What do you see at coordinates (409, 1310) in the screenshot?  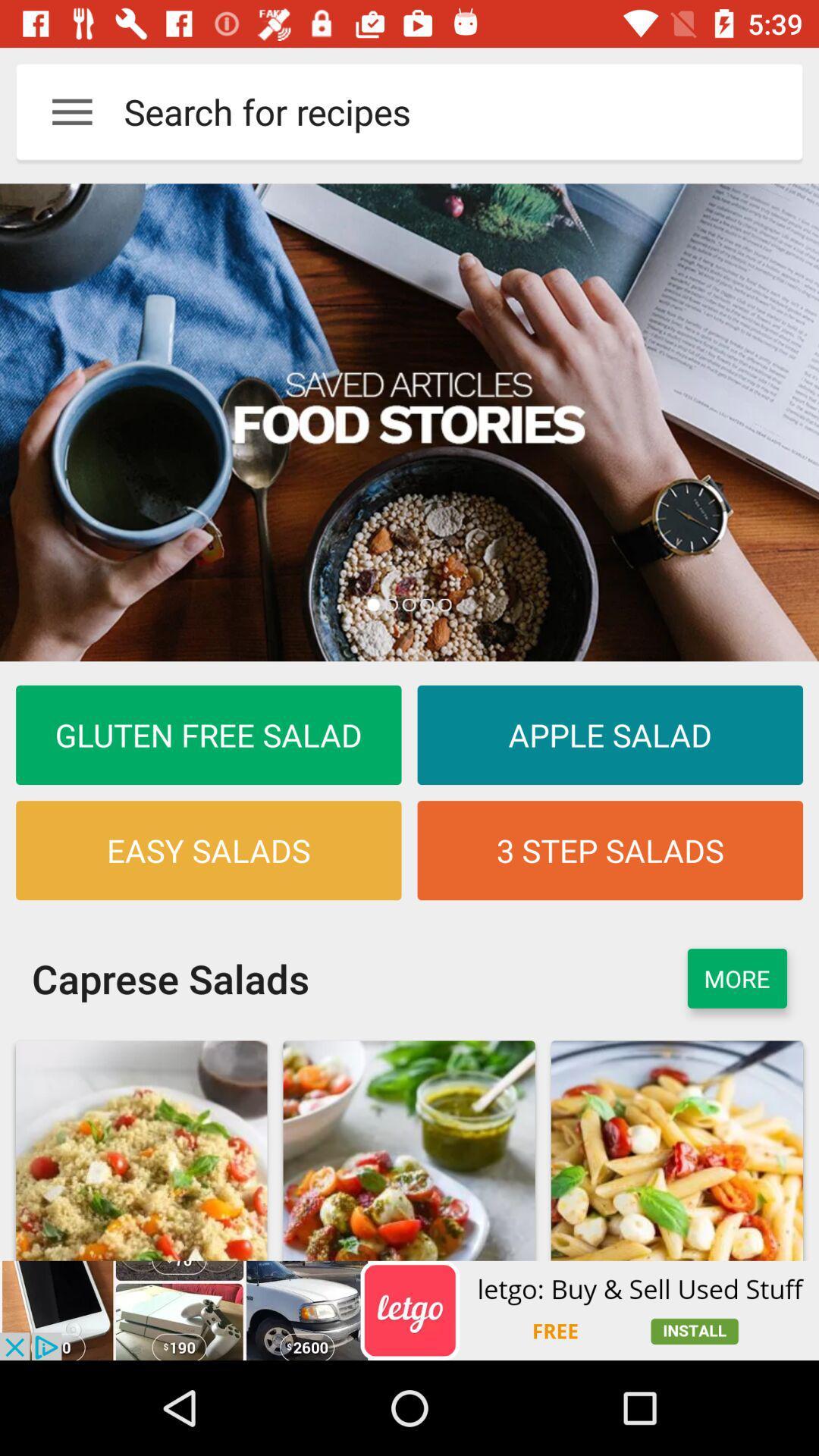 I see `advertisement banner for letgo buy sell used stuff` at bounding box center [409, 1310].